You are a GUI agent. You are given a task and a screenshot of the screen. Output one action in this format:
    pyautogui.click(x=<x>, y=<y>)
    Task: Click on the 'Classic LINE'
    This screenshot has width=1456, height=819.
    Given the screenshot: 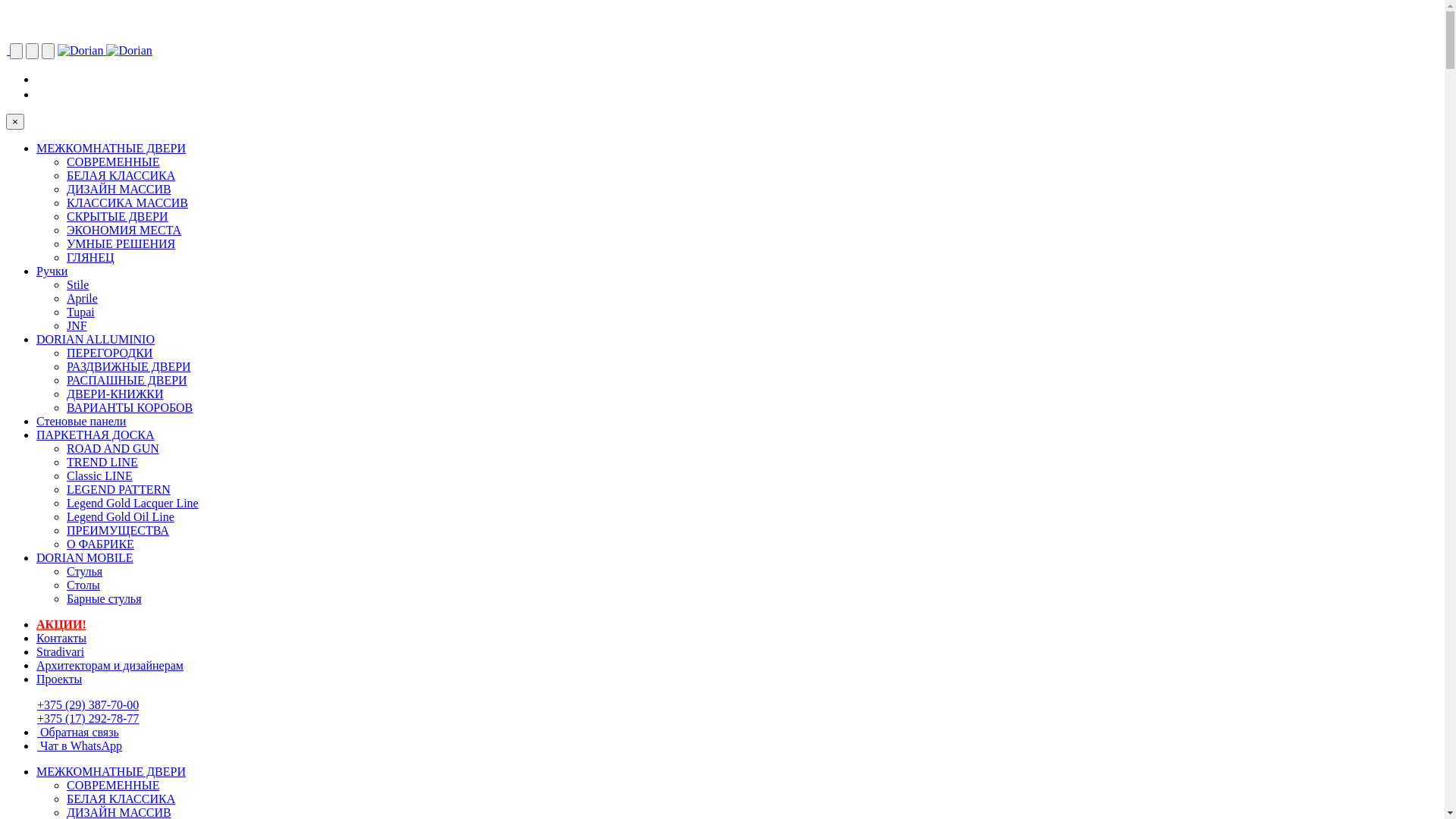 What is the action you would take?
    pyautogui.click(x=99, y=475)
    